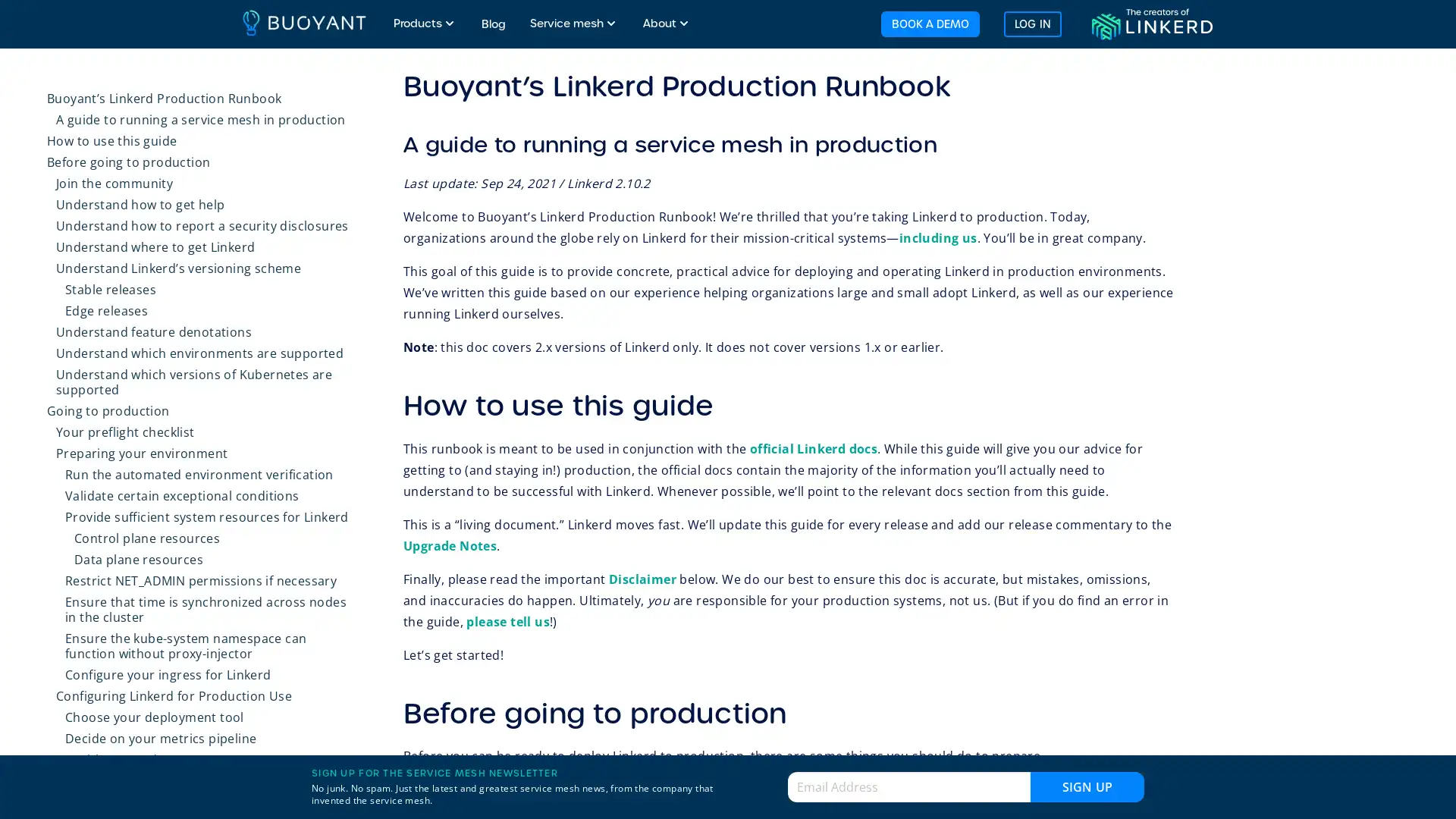 This screenshot has width=1456, height=819. I want to click on Sign up, so click(1087, 786).